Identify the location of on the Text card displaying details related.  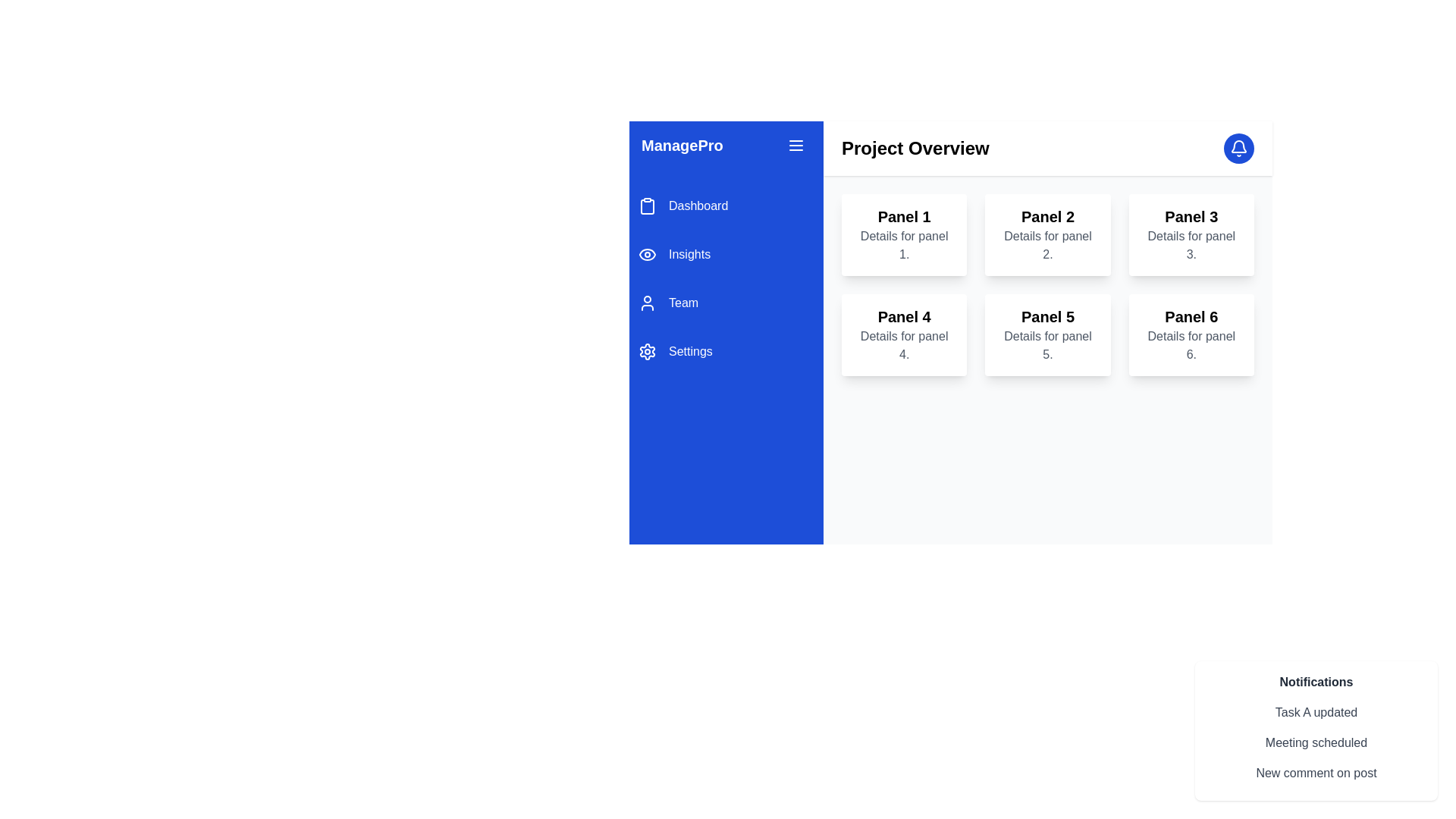
(903, 334).